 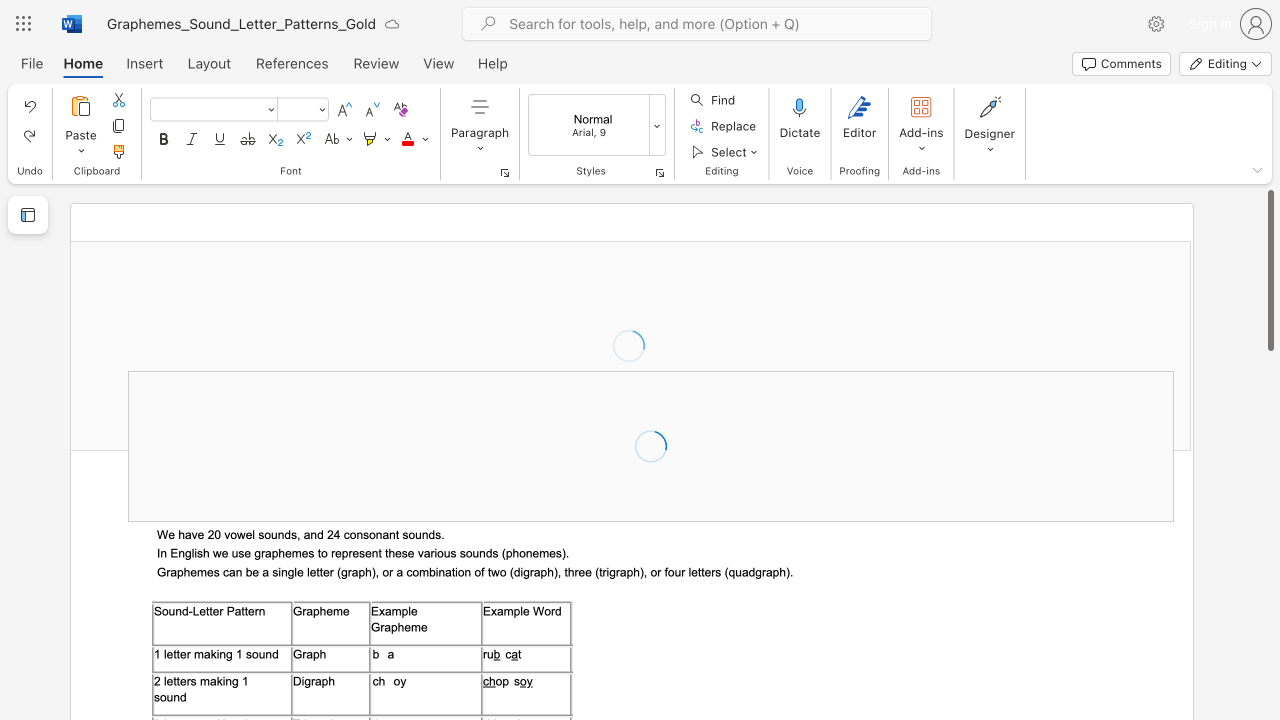 What do you see at coordinates (1269, 380) in the screenshot?
I see `the scrollbar on the right side to scroll the page down` at bounding box center [1269, 380].